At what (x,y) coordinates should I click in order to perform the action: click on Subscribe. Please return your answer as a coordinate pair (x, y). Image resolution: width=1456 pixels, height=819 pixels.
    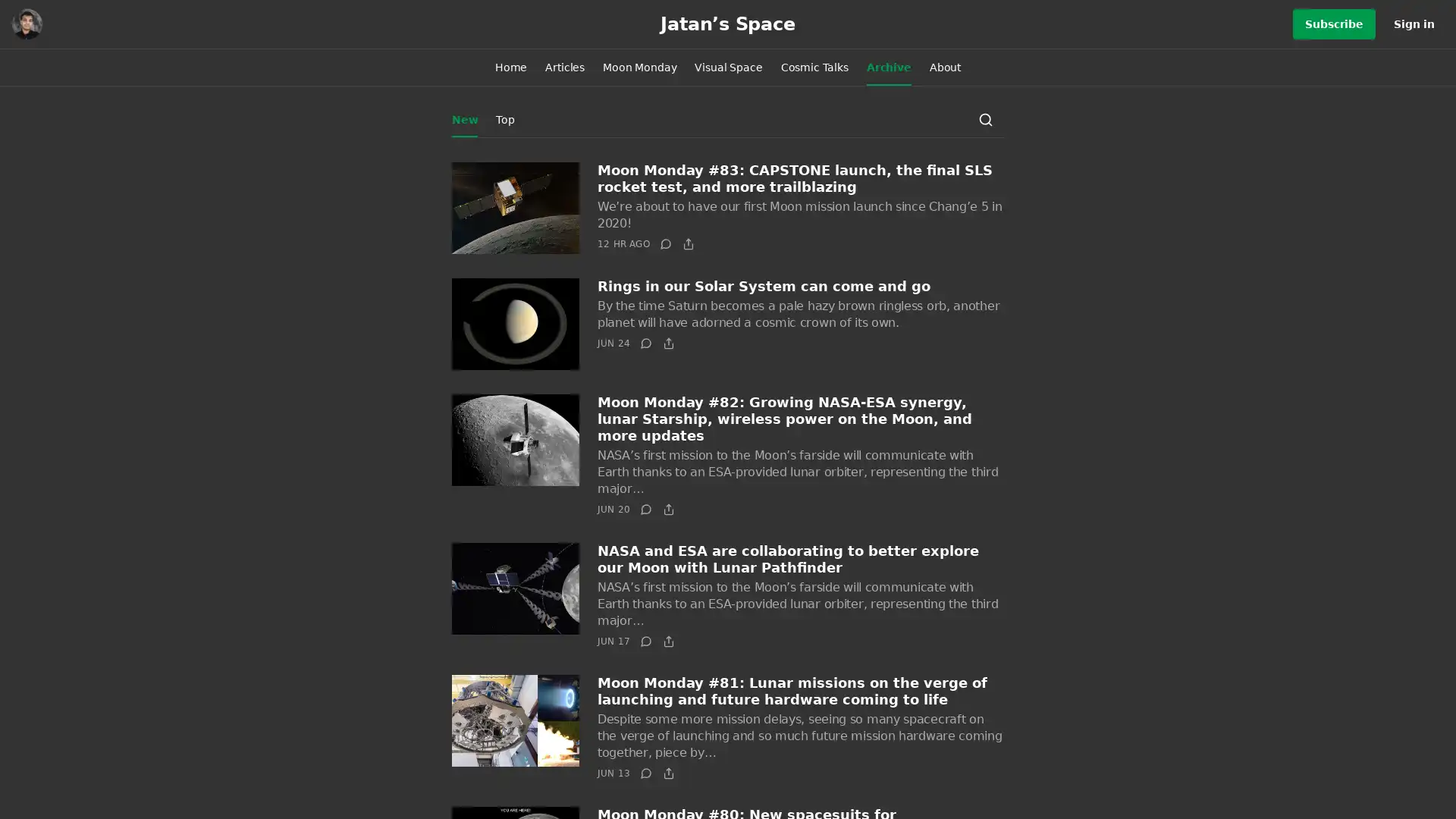
    Looking at the image, I should click on (1333, 24).